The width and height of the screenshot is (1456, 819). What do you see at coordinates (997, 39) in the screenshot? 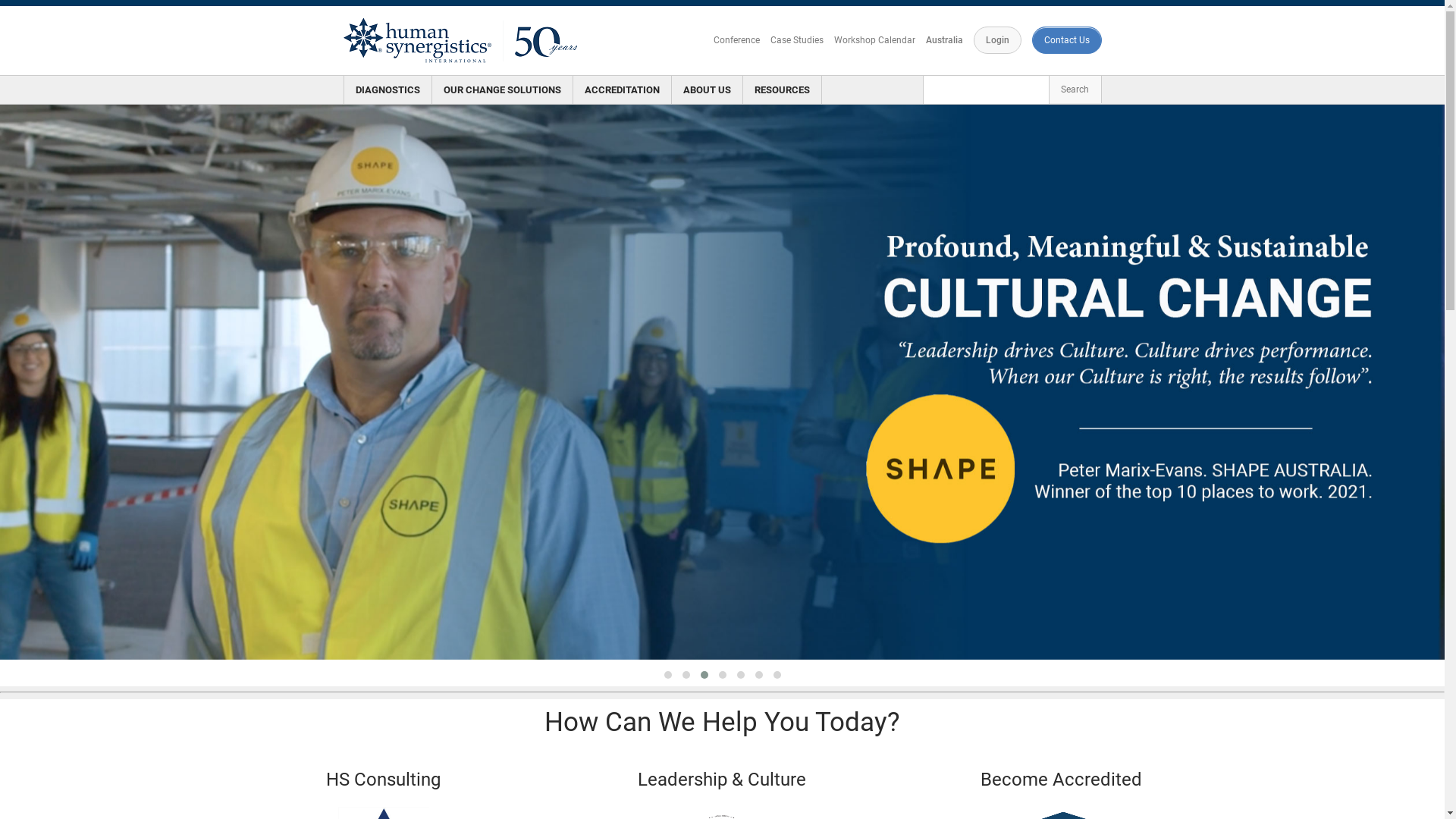
I see `'Login'` at bounding box center [997, 39].